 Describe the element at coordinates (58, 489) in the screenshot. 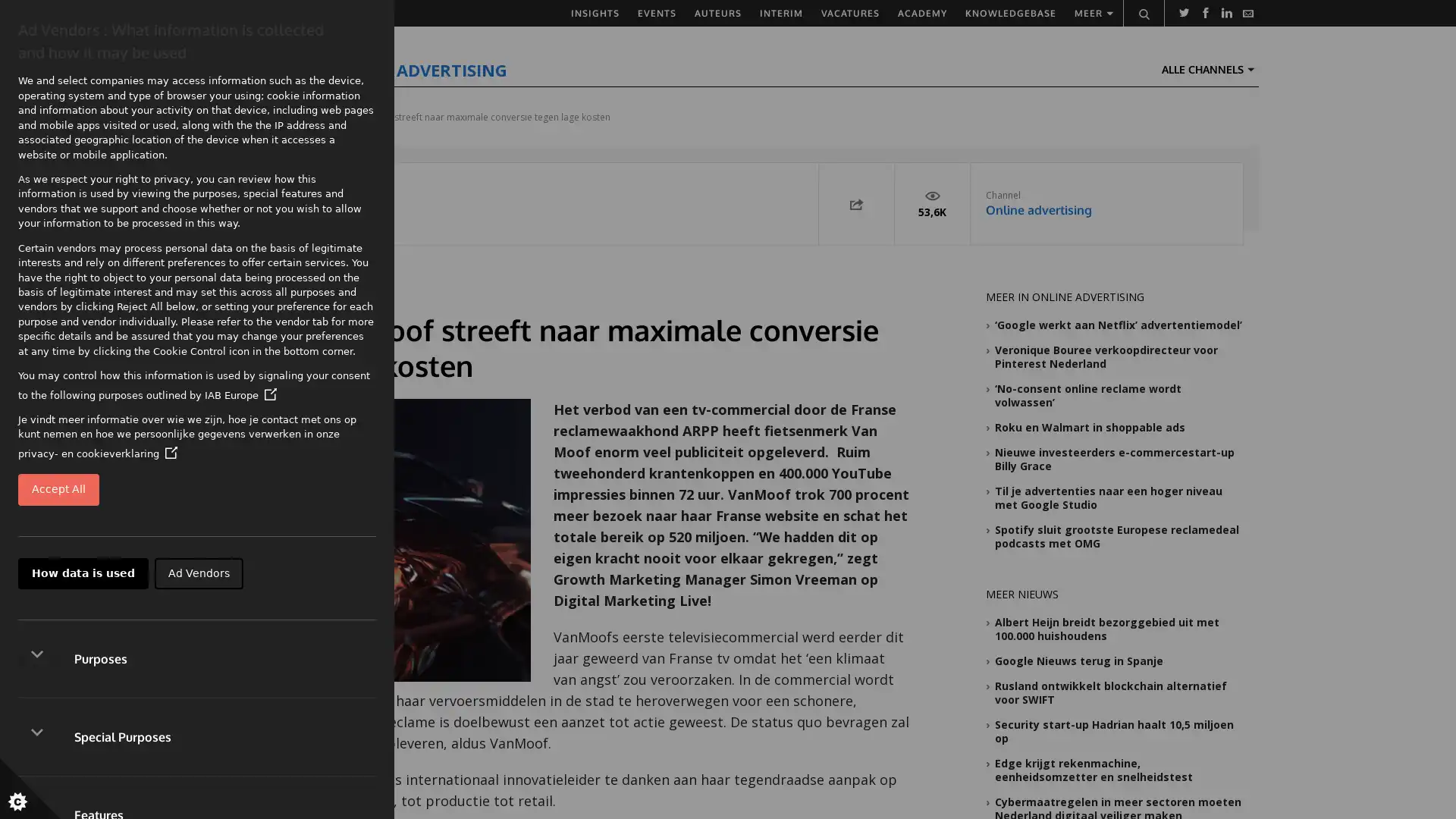

I see `Accept All` at that location.